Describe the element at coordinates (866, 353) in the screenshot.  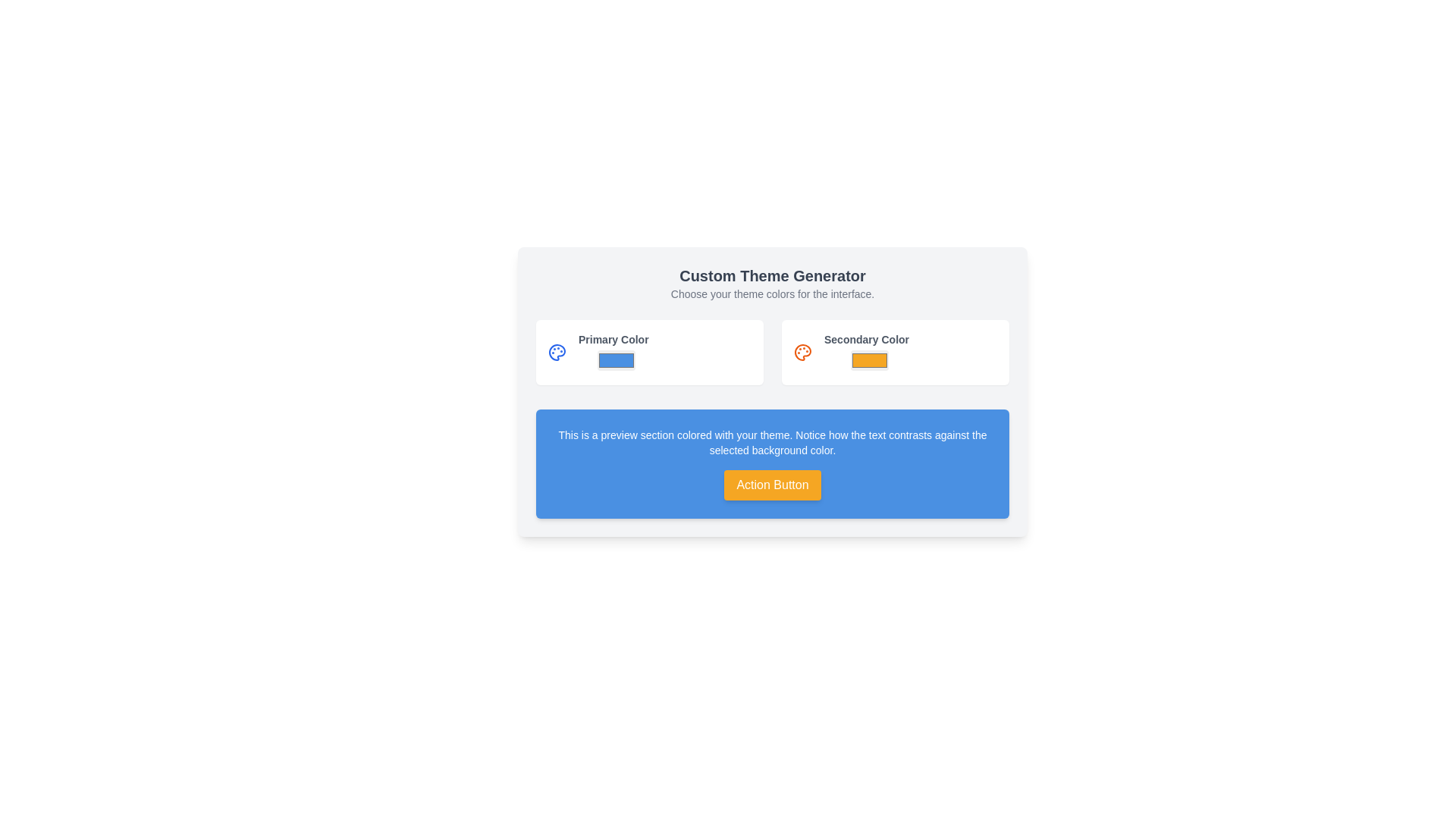
I see `the color picker` at that location.